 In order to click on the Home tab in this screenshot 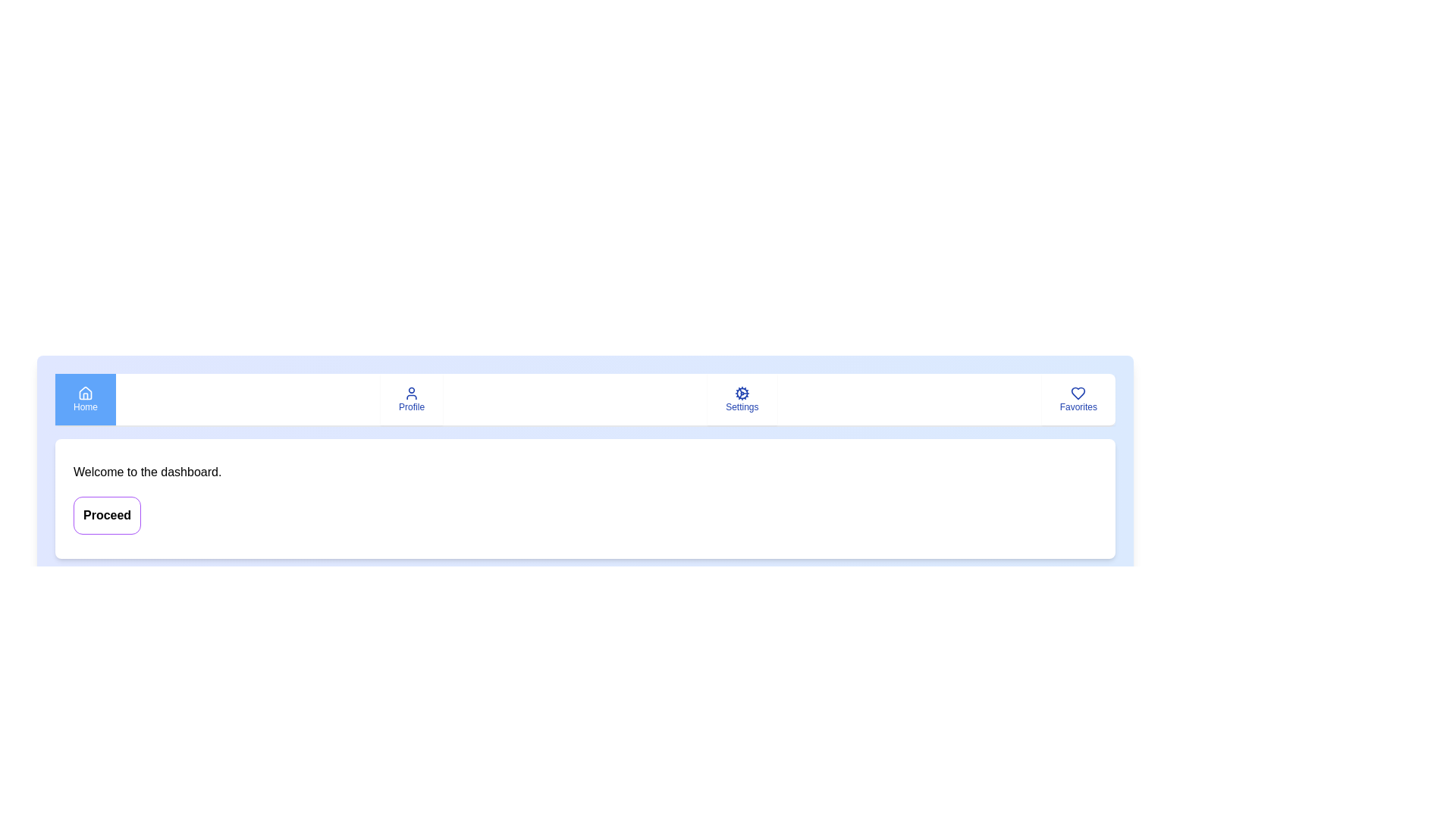, I will do `click(85, 399)`.